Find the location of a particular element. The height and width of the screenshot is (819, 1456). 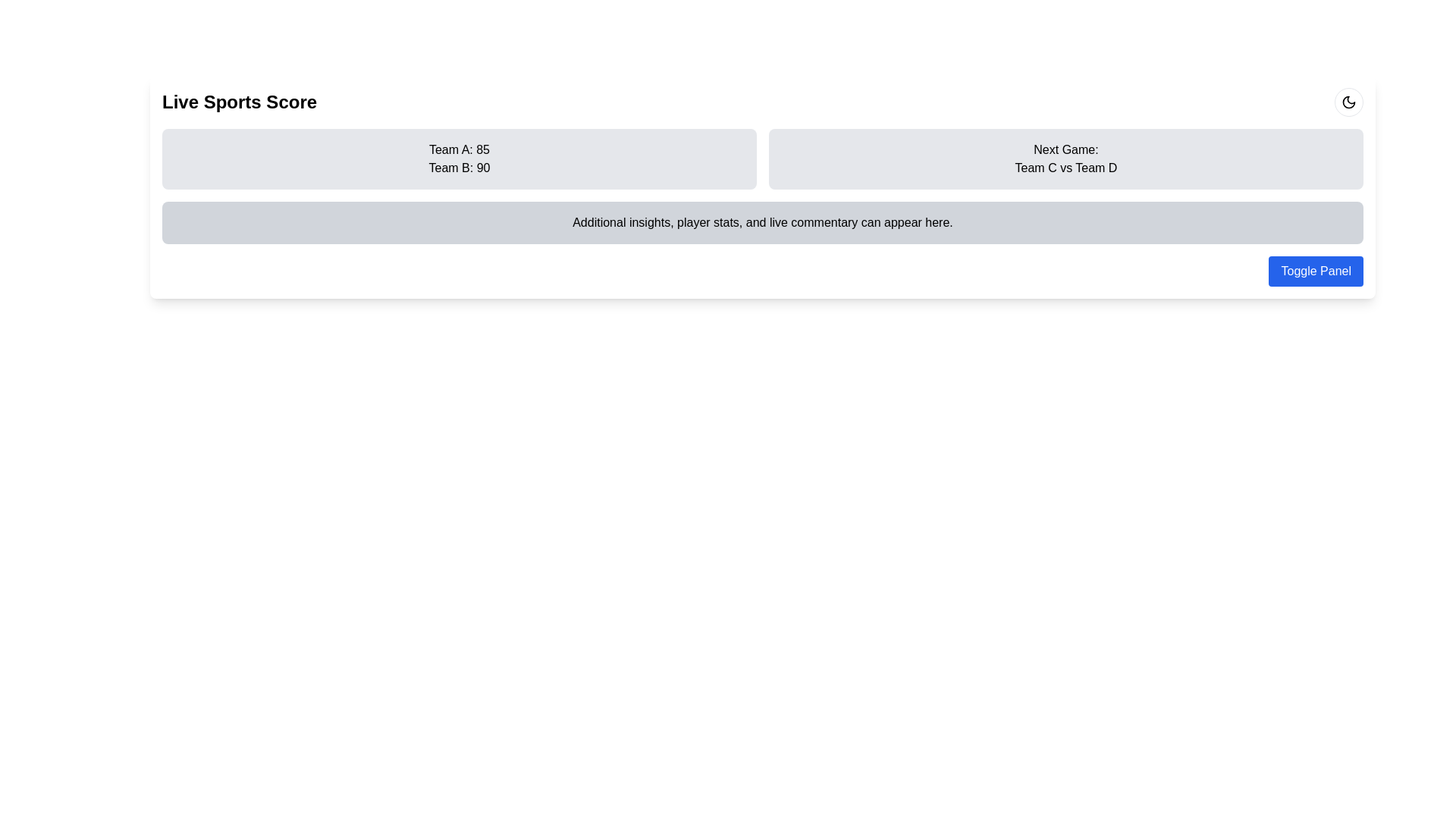

the static text element displaying 'Next Game:' in bold, located in the top-right section of the interface above 'Team C vs Team D' is located at coordinates (1065, 149).